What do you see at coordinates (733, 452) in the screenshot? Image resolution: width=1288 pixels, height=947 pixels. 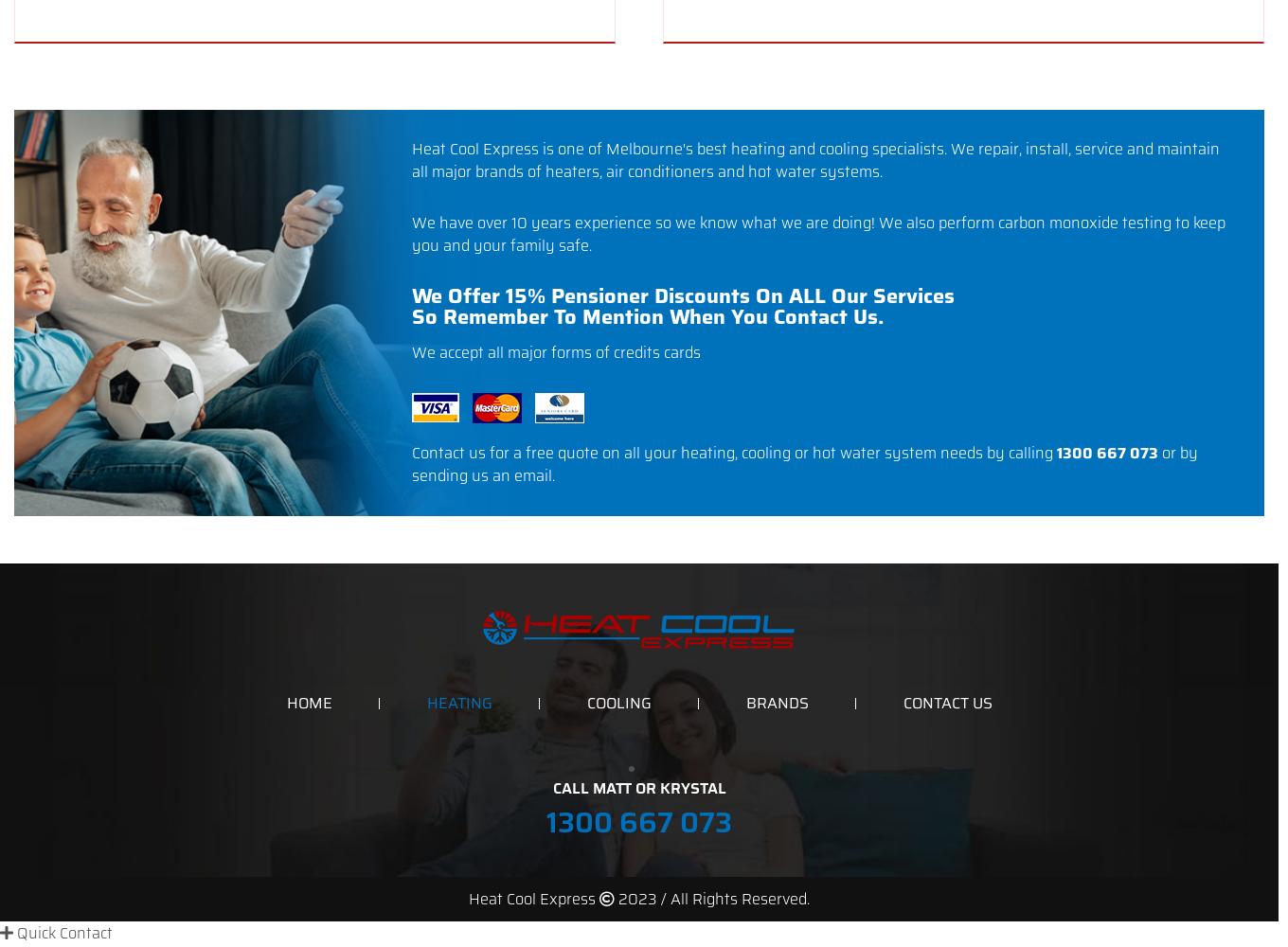 I see `'Contact us for a free quote on all your heating, cooling or hot water system needs by calling'` at bounding box center [733, 452].